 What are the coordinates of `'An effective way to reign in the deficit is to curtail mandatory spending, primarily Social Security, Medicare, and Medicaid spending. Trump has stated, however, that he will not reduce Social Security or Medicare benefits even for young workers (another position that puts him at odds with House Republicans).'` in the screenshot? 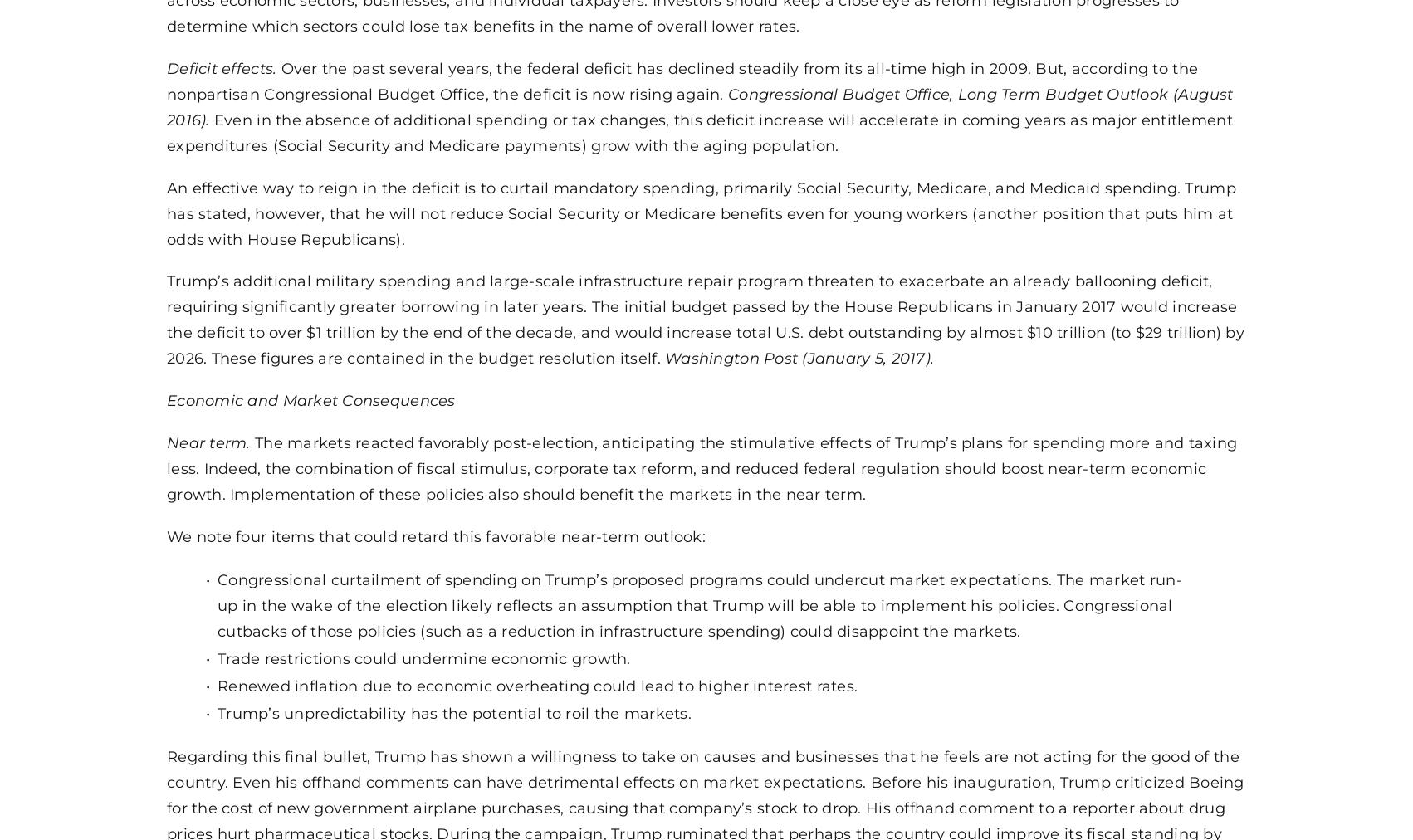 It's located at (700, 212).